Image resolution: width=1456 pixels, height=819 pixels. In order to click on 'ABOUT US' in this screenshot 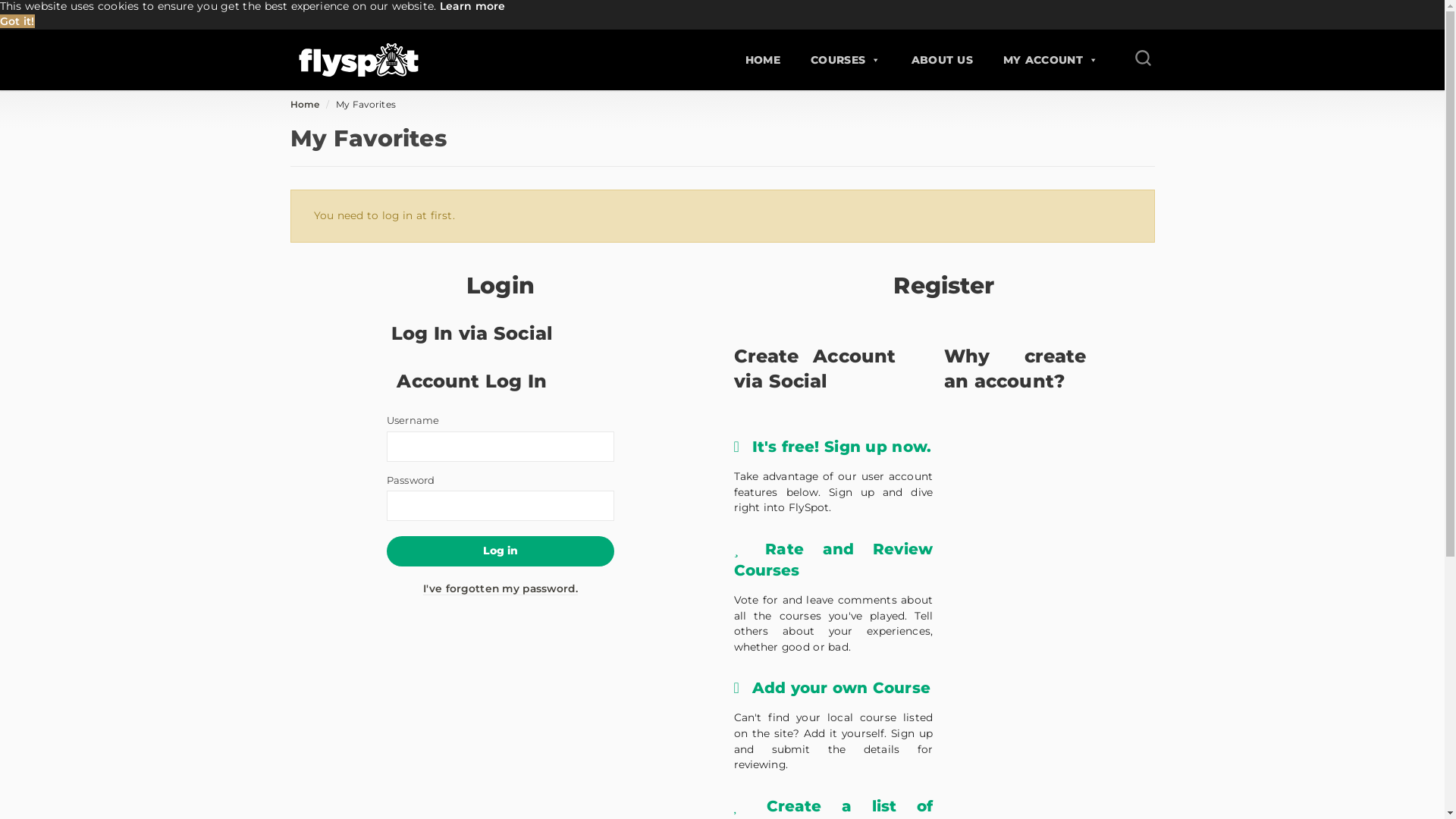, I will do `click(941, 58)`.